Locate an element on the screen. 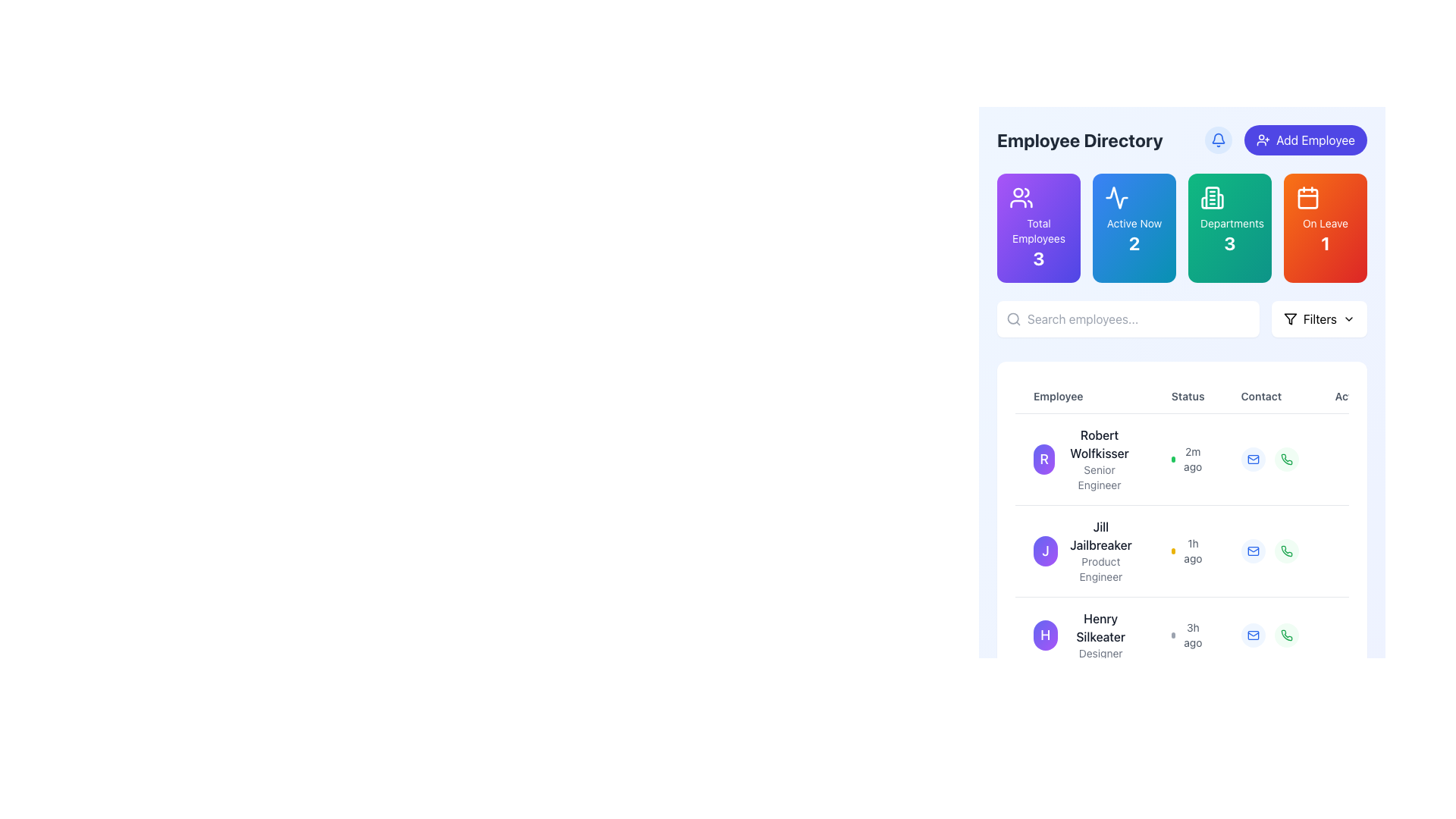  the waveform icon with a white outline on a blue gradient background, located above the 'Active Now' text and the number '2', inside the second button from the left is located at coordinates (1117, 197).